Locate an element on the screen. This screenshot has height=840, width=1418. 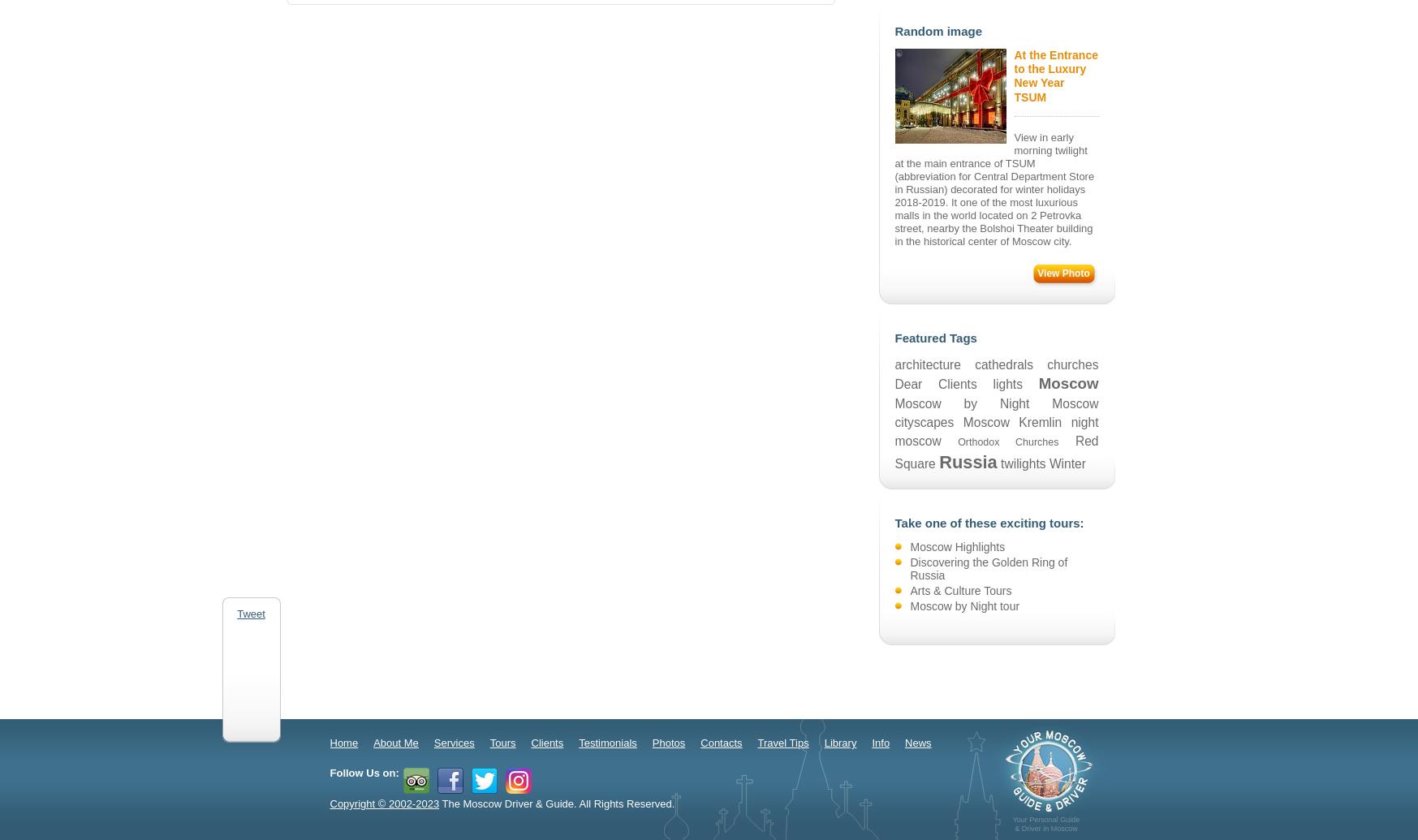
'Moscow by Night' is located at coordinates (960, 403).